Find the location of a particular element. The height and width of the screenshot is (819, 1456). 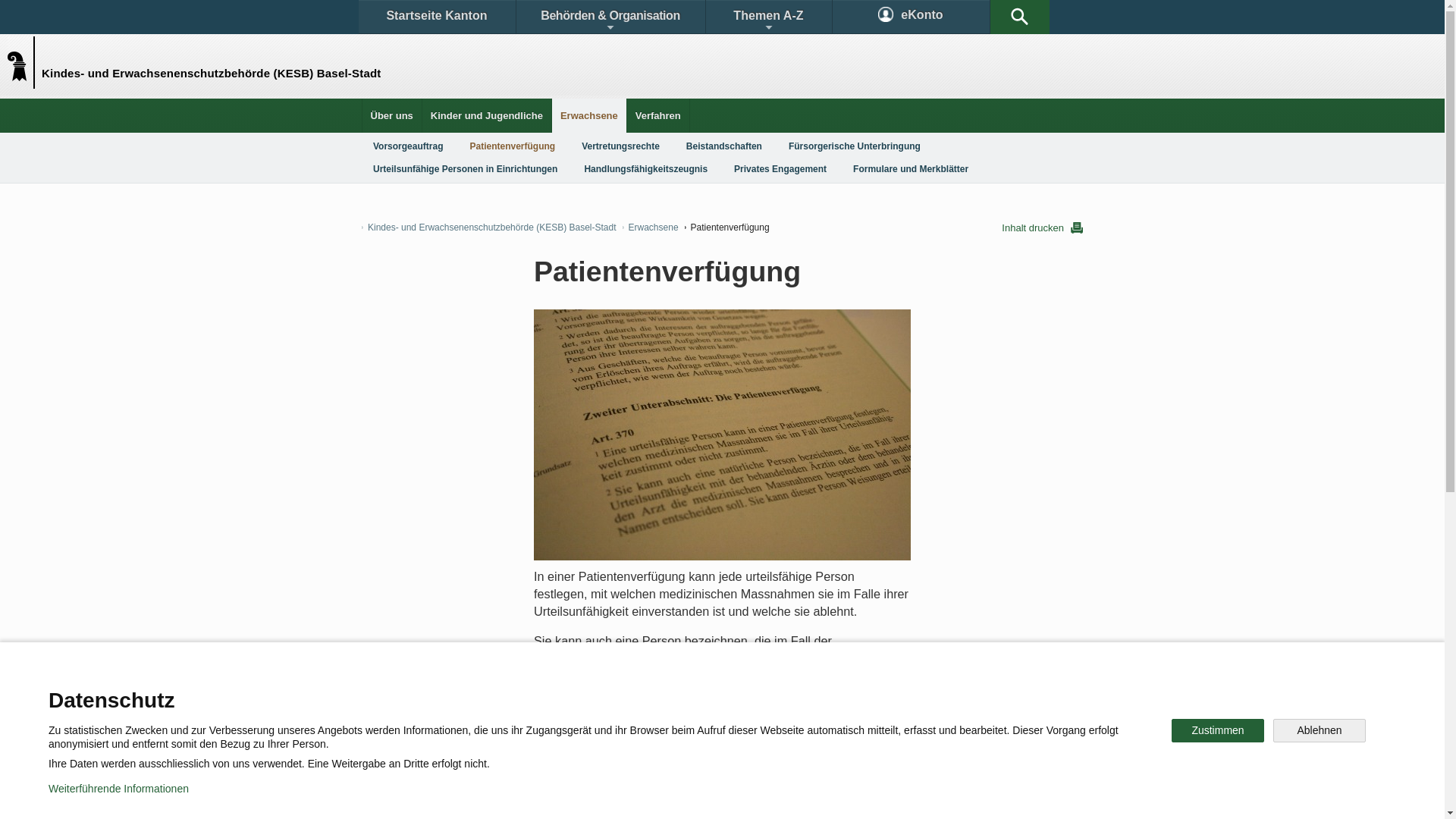

'Zustimmen' is located at coordinates (1171, 730).